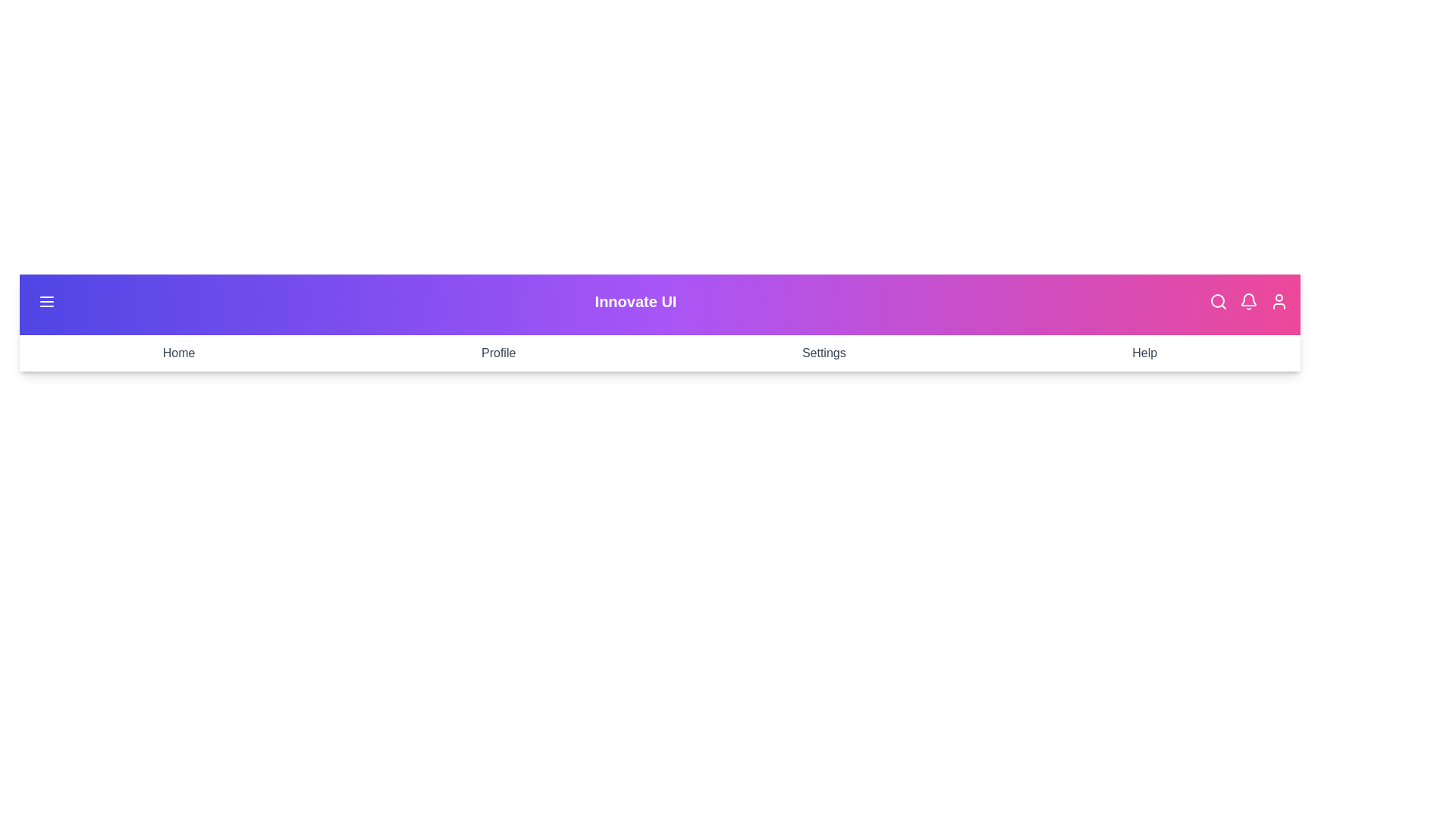  What do you see at coordinates (498, 353) in the screenshot?
I see `the menu item labeled Profile to navigate to the corresponding section` at bounding box center [498, 353].